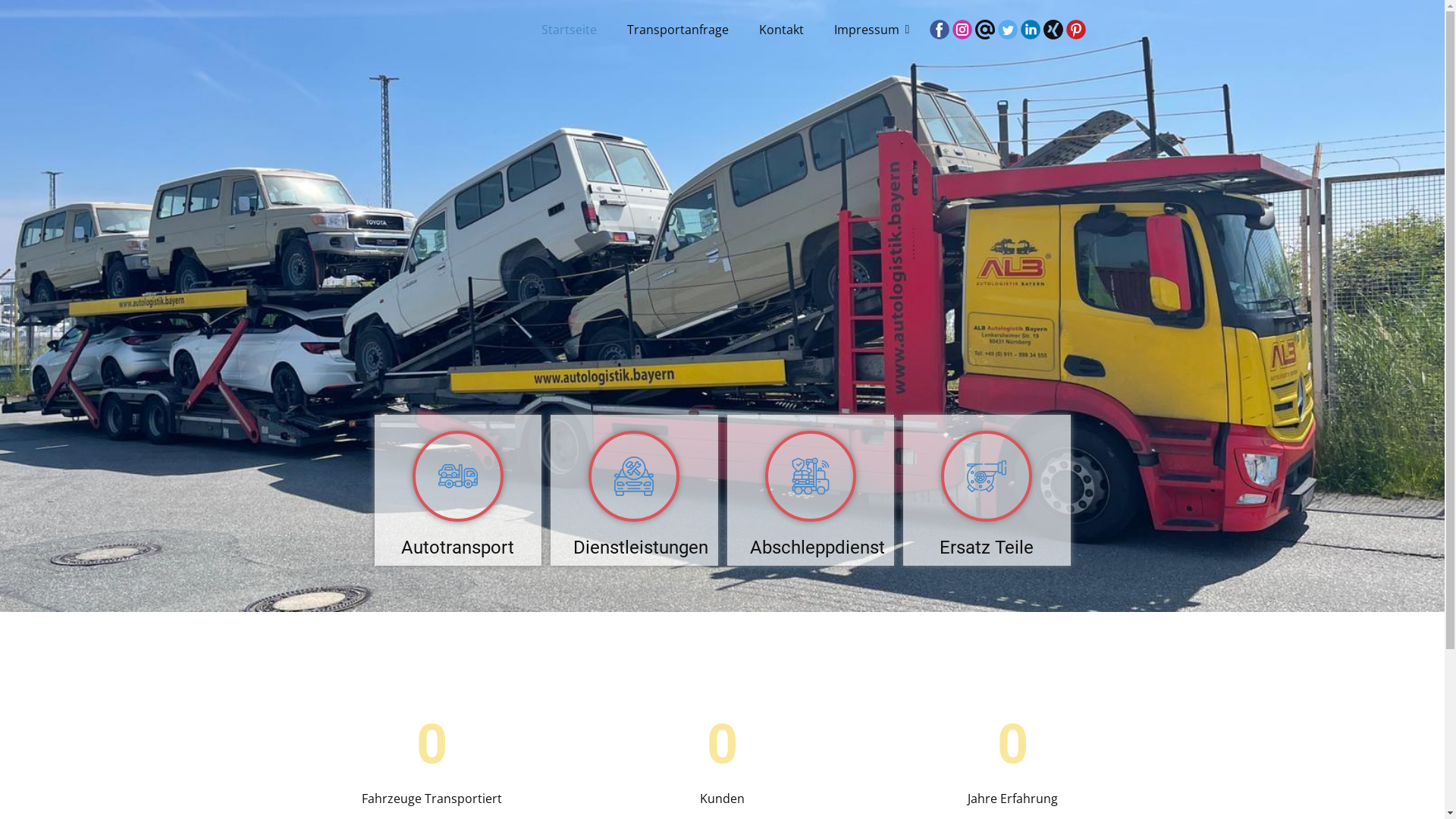 The width and height of the screenshot is (1456, 819). I want to click on 'Kontakt', so click(781, 29).